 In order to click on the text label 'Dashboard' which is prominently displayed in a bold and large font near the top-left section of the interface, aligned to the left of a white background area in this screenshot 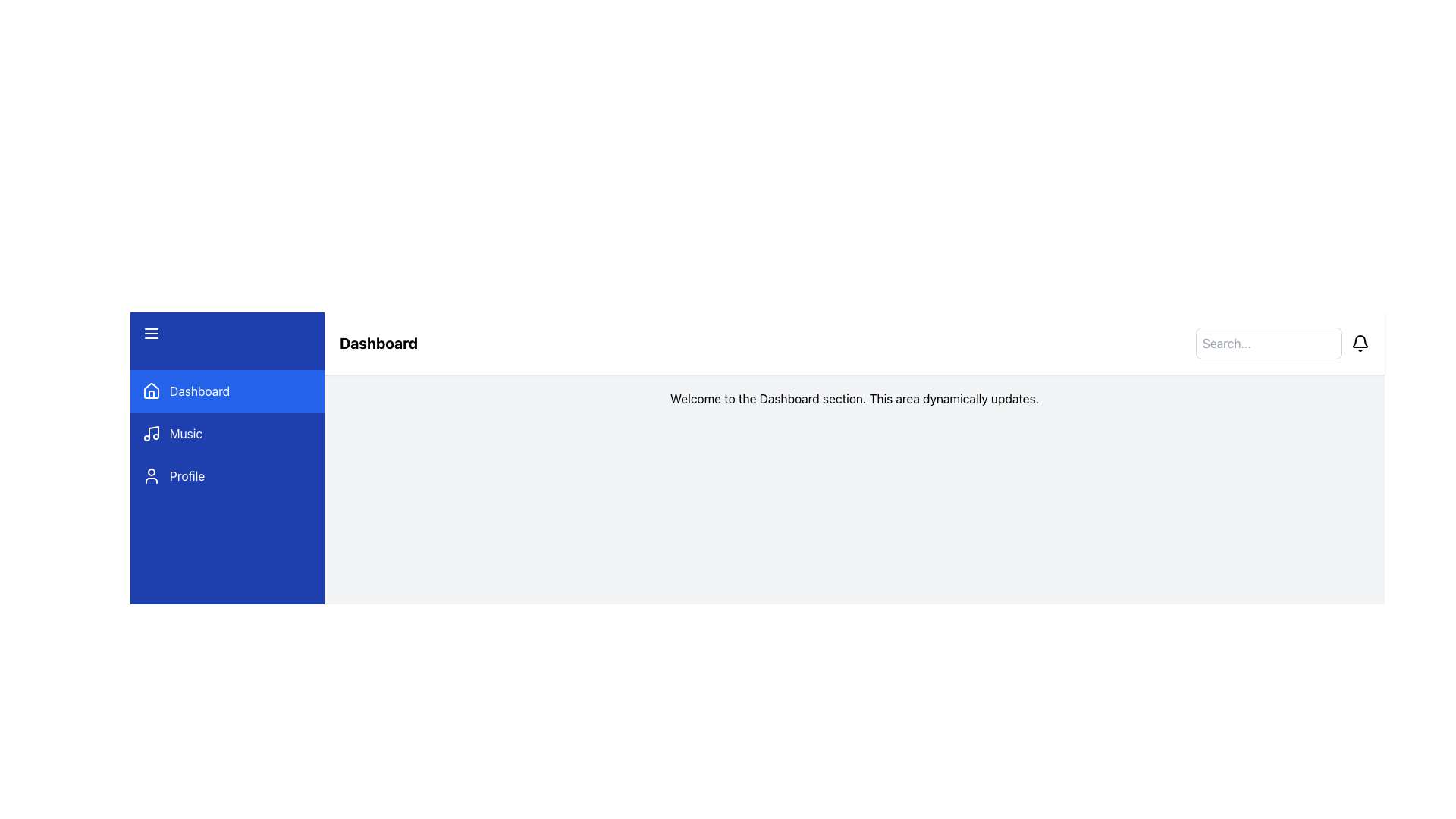, I will do `click(378, 343)`.